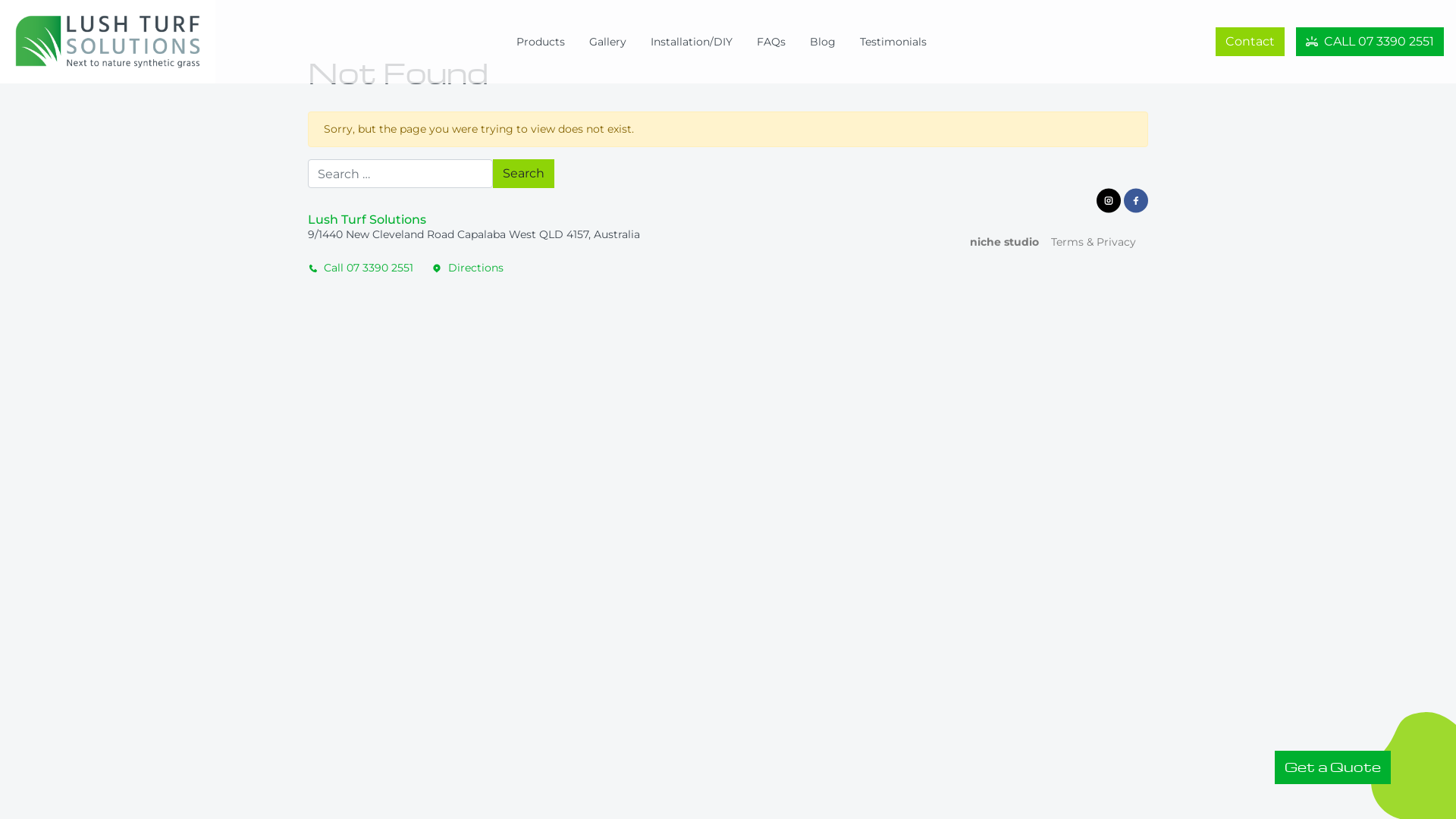  Describe the element at coordinates (1370, 40) in the screenshot. I see `'CALL 07 3390 2551'` at that location.